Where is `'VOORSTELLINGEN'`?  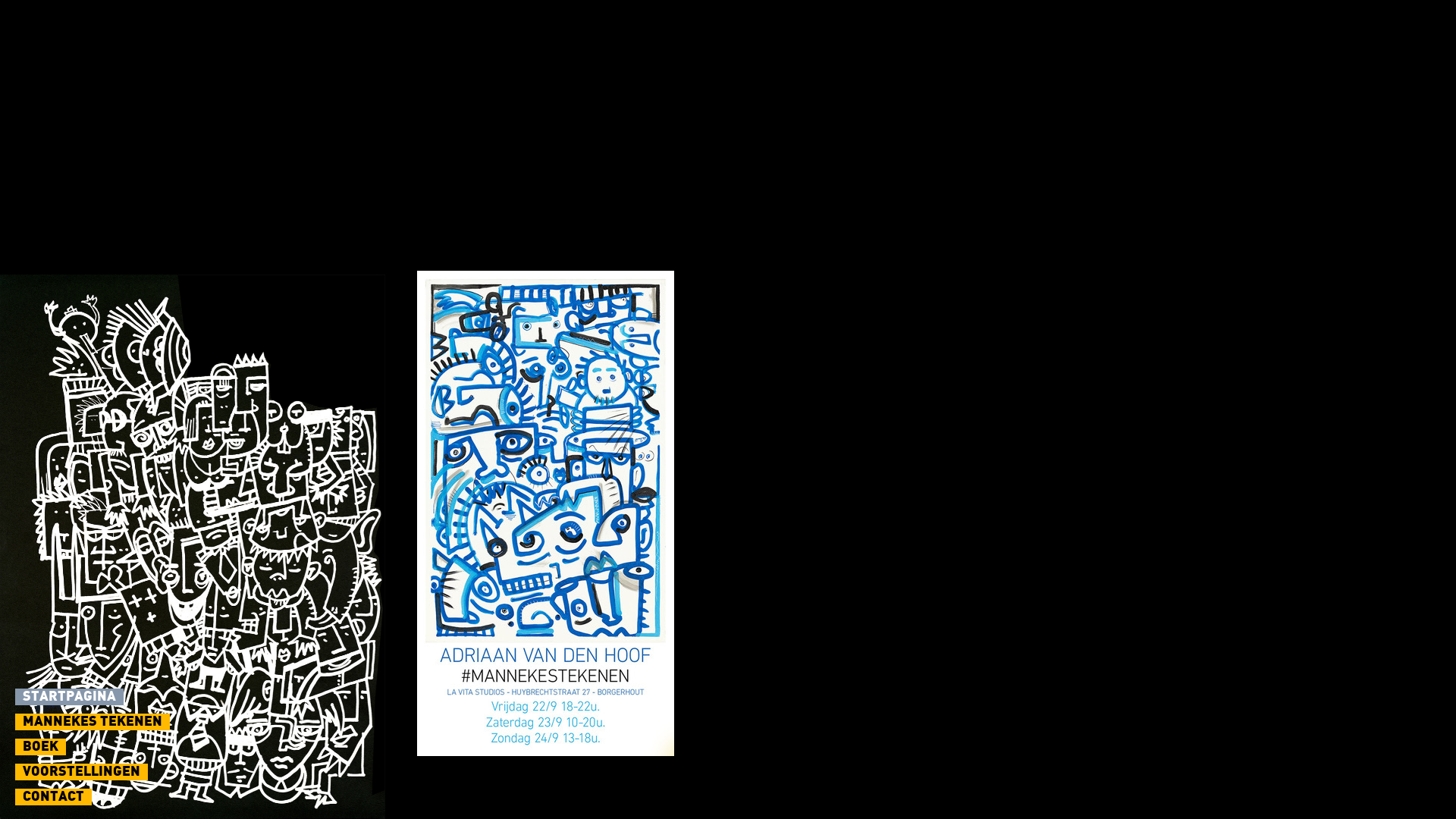
'VOORSTELLINGEN' is located at coordinates (80, 772).